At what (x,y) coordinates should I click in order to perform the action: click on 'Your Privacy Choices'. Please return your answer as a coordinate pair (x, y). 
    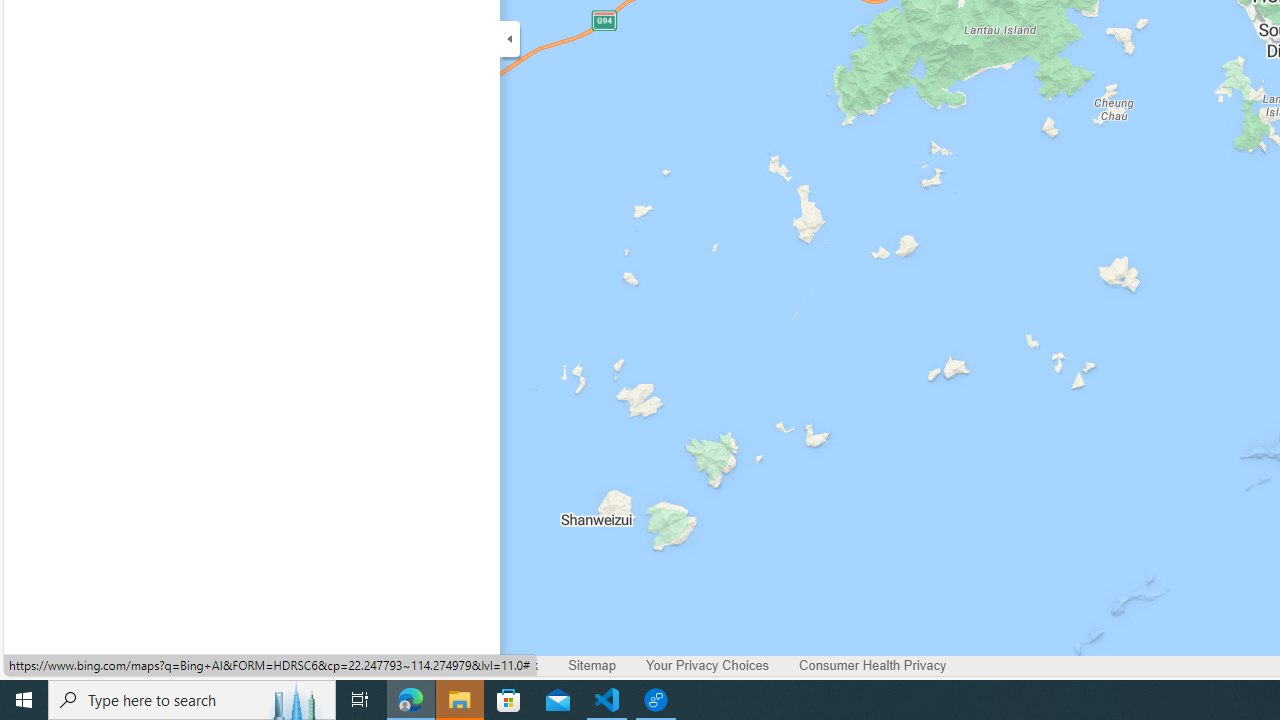
    Looking at the image, I should click on (708, 665).